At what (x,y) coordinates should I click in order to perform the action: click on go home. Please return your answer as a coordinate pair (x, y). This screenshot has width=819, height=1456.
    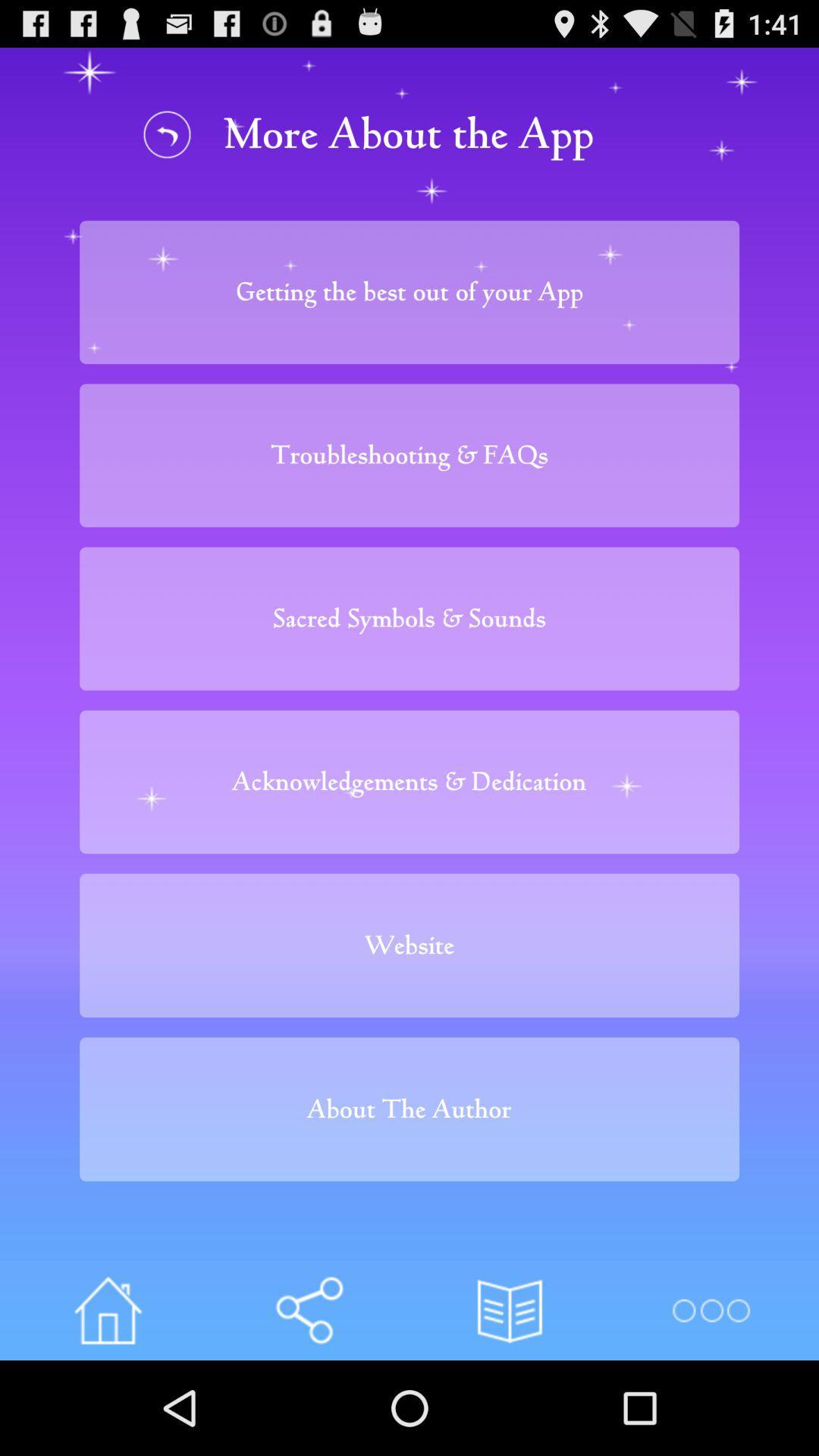
    Looking at the image, I should click on (107, 1310).